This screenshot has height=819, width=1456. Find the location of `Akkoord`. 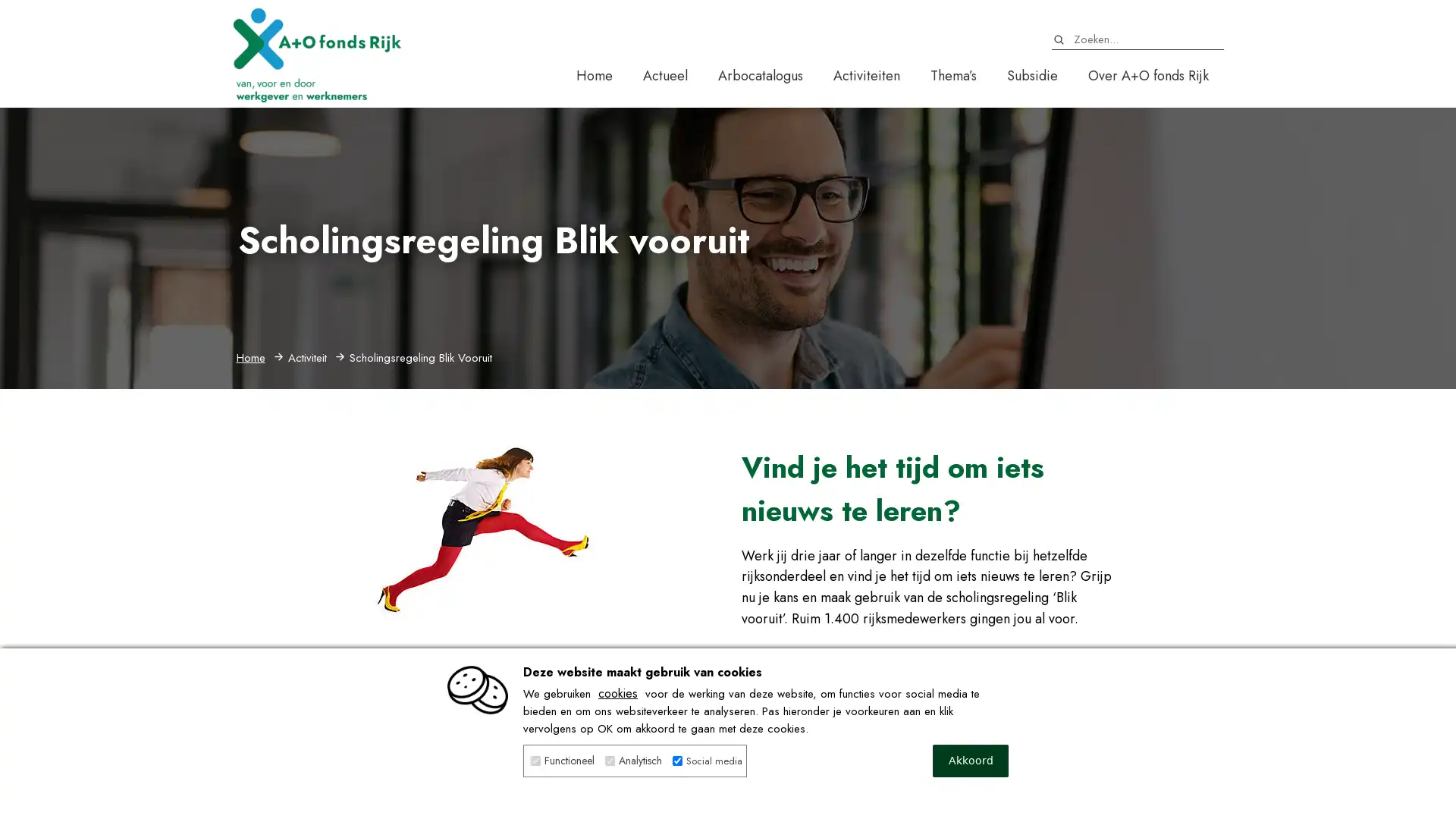

Akkoord is located at coordinates (971, 761).